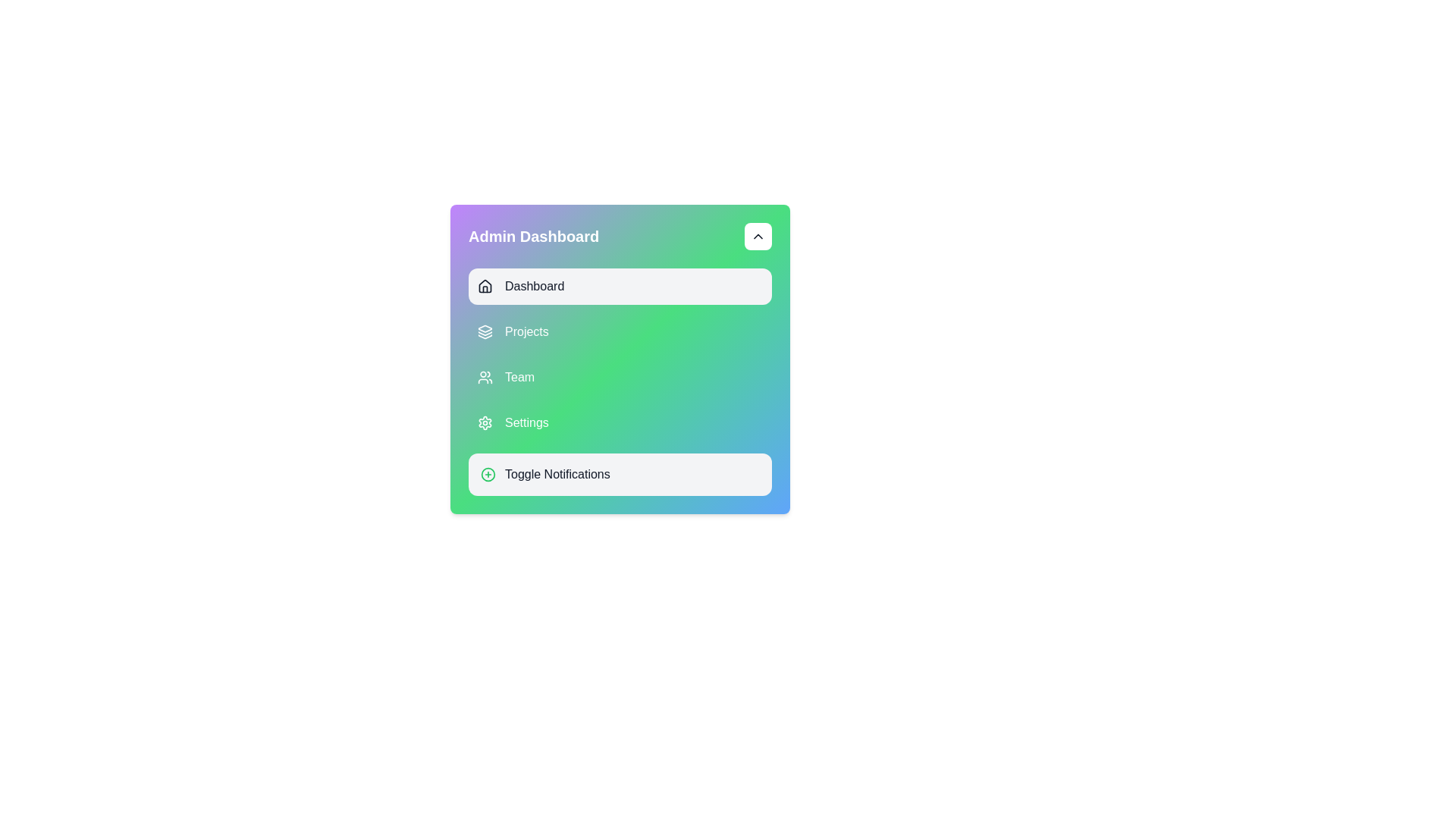 Image resolution: width=1456 pixels, height=819 pixels. Describe the element at coordinates (620, 331) in the screenshot. I see `the second item in the vertical list of the side menu, which is labeled 'Projects' and has a green background` at that location.